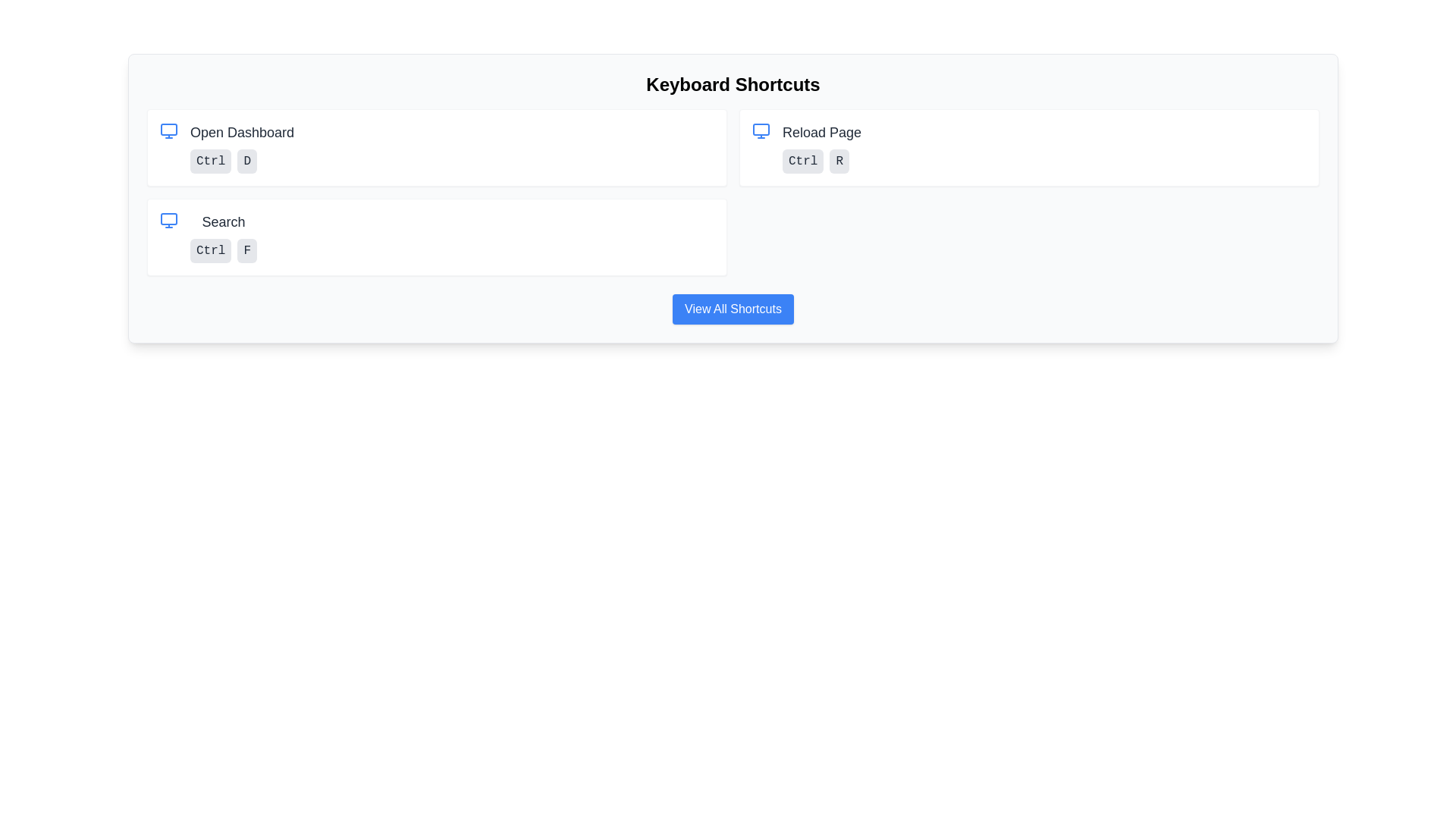 This screenshot has height=819, width=1456. What do you see at coordinates (839, 161) in the screenshot?
I see `the 'R' key representation in the keyboard shortcuts panel, which is part of the 'Reload Page' shortcut` at bounding box center [839, 161].